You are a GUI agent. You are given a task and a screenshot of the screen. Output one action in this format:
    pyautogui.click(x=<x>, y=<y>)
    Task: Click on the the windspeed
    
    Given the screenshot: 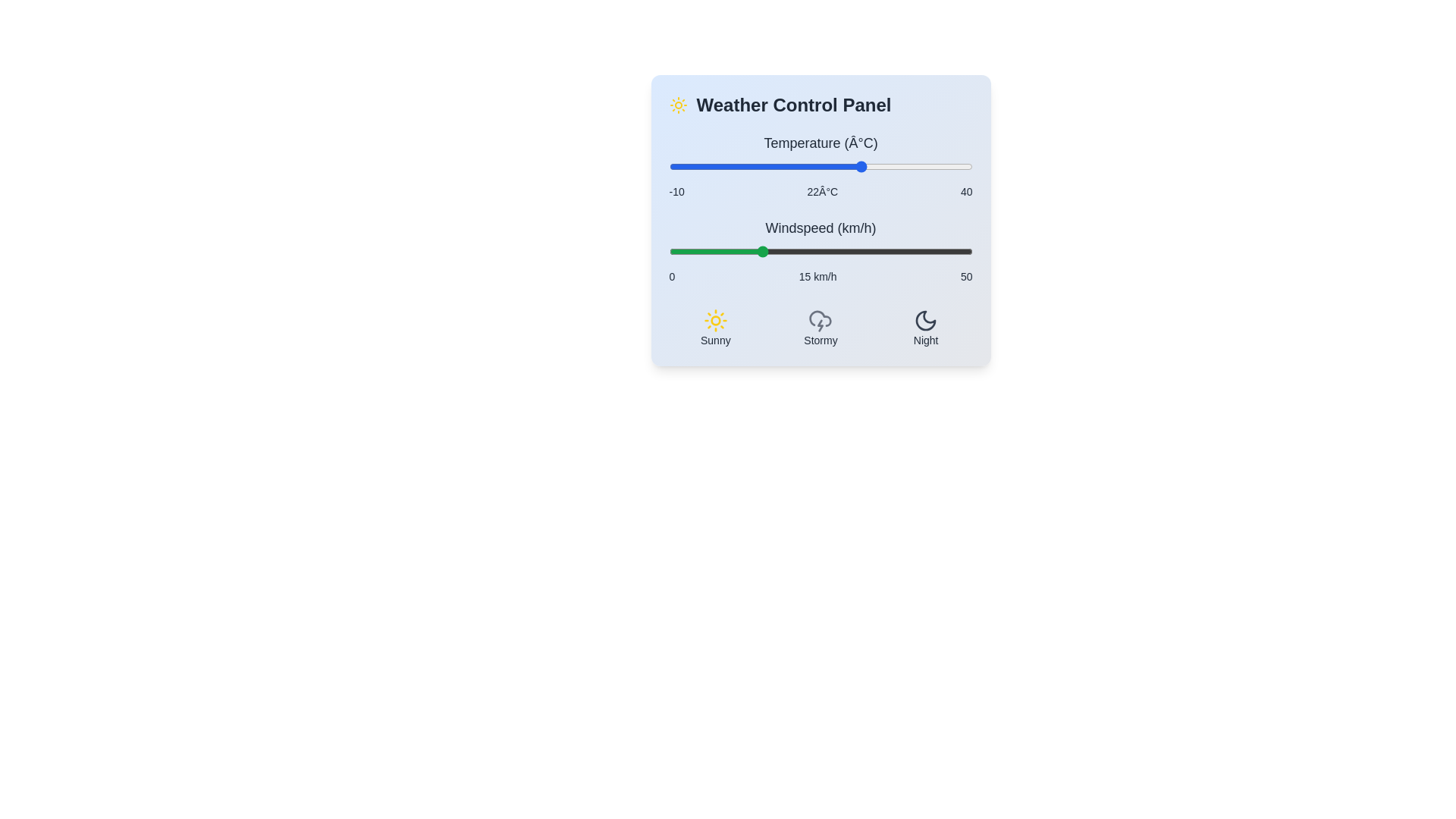 What is the action you would take?
    pyautogui.click(x=711, y=250)
    